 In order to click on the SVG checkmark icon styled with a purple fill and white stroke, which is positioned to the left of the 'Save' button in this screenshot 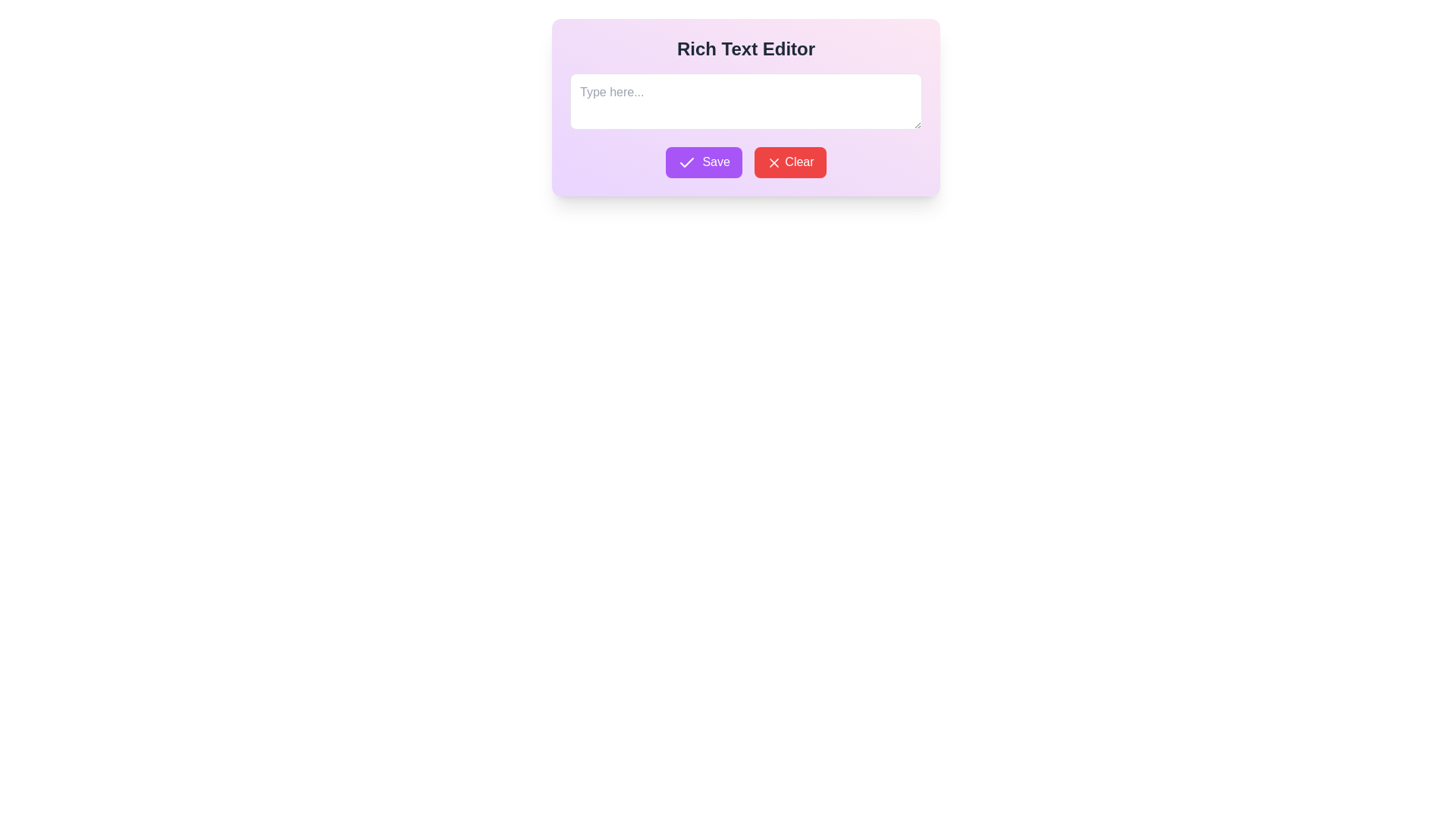, I will do `click(686, 162)`.